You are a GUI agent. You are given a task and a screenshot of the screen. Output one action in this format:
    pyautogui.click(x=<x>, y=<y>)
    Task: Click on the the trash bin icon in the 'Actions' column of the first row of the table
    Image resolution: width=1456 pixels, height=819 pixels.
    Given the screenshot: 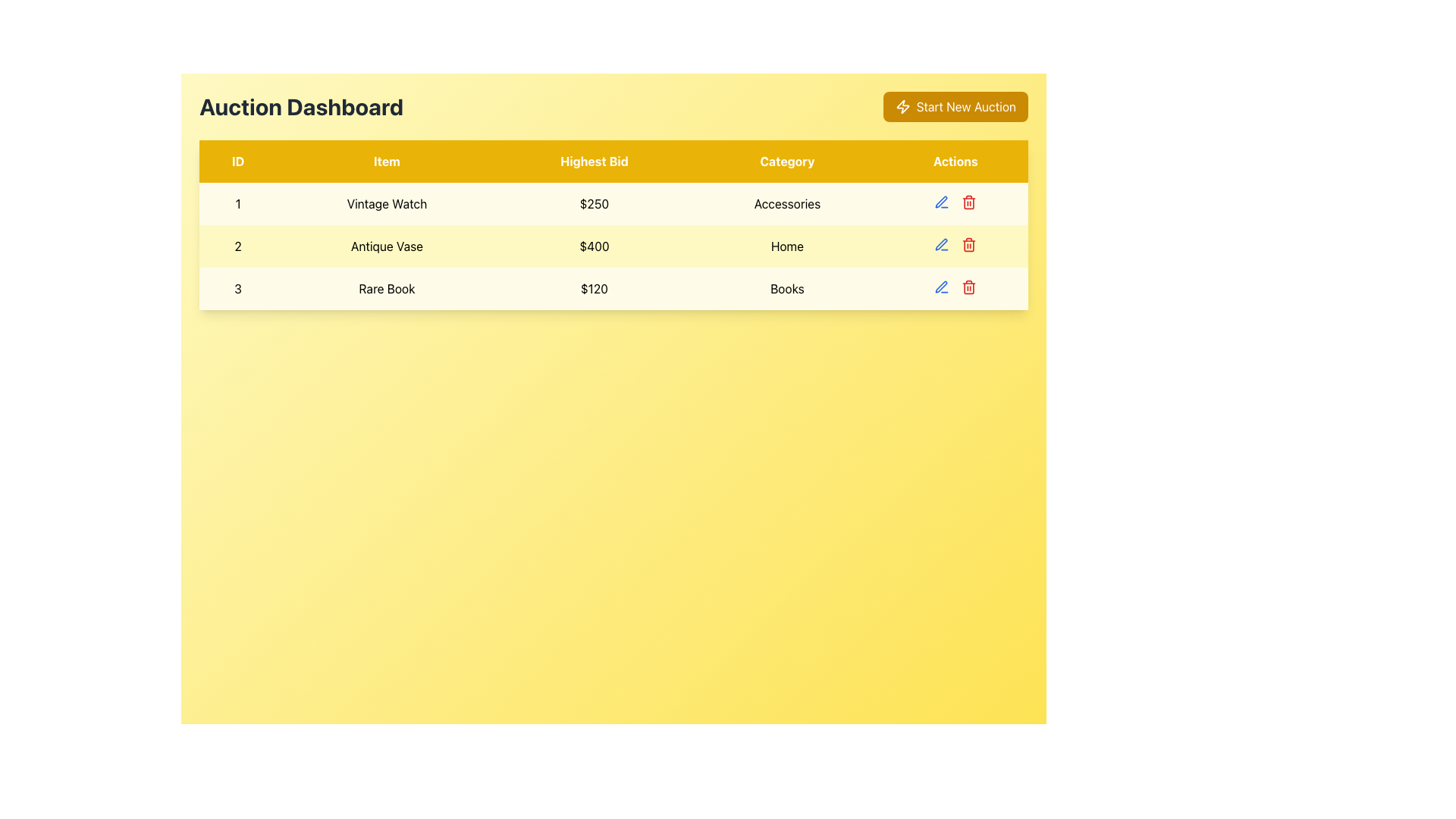 What is the action you would take?
    pyautogui.click(x=955, y=201)
    